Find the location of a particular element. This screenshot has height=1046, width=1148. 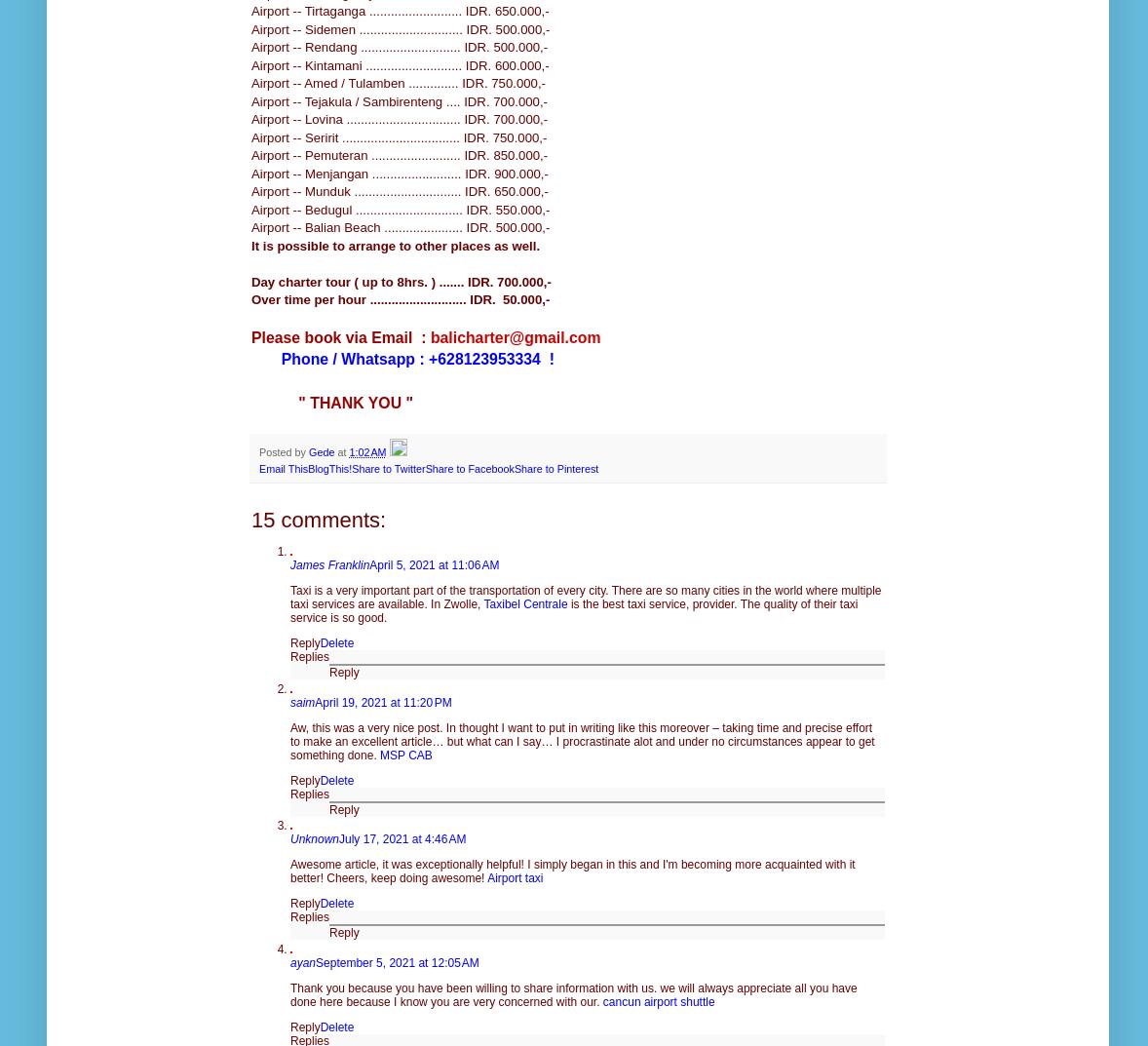

'Airport -- Munduk .............................. IDR. 650.000,-' is located at coordinates (399, 191).